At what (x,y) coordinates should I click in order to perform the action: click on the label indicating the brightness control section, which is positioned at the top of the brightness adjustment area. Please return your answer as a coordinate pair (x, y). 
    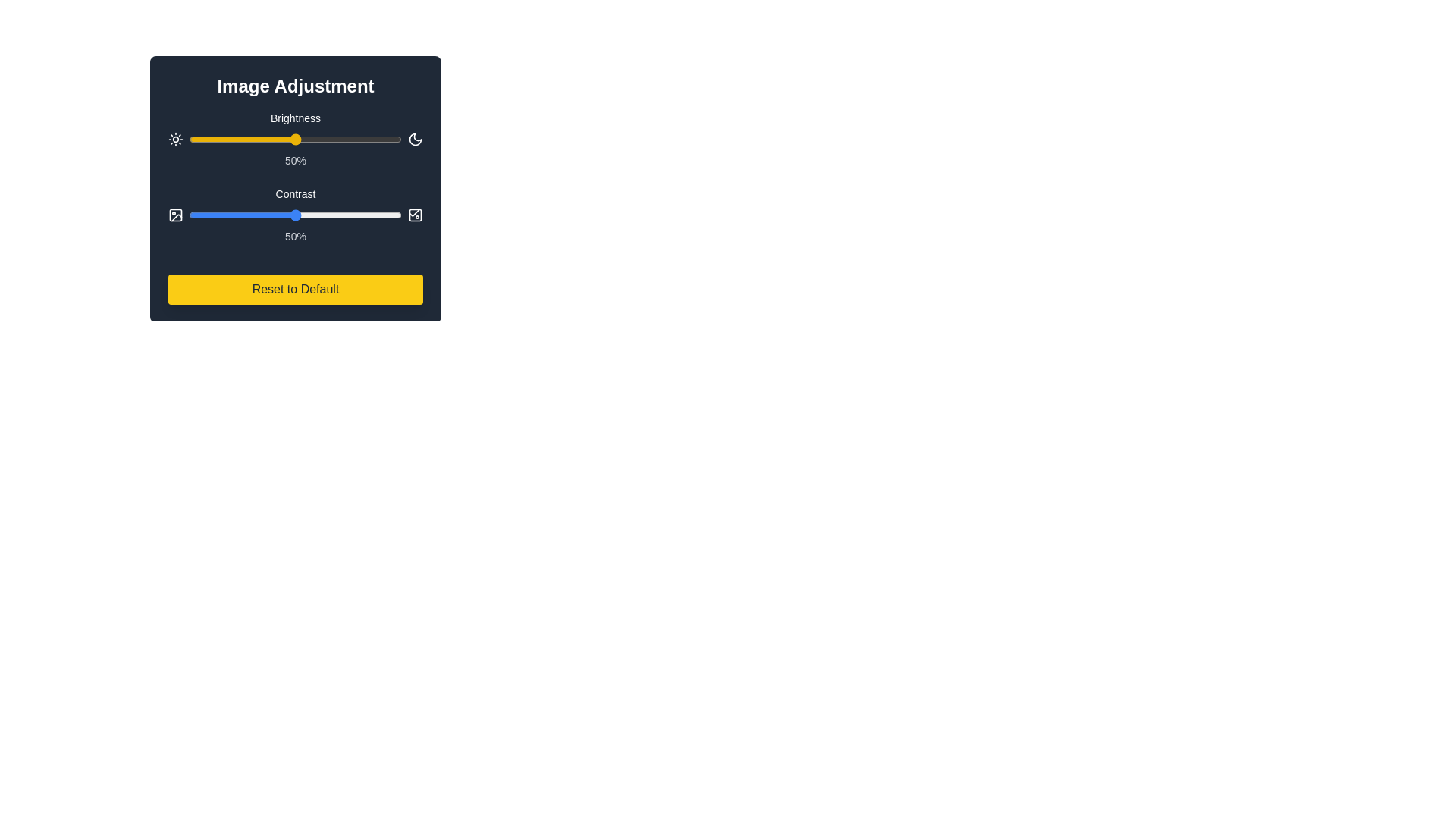
    Looking at the image, I should click on (295, 117).